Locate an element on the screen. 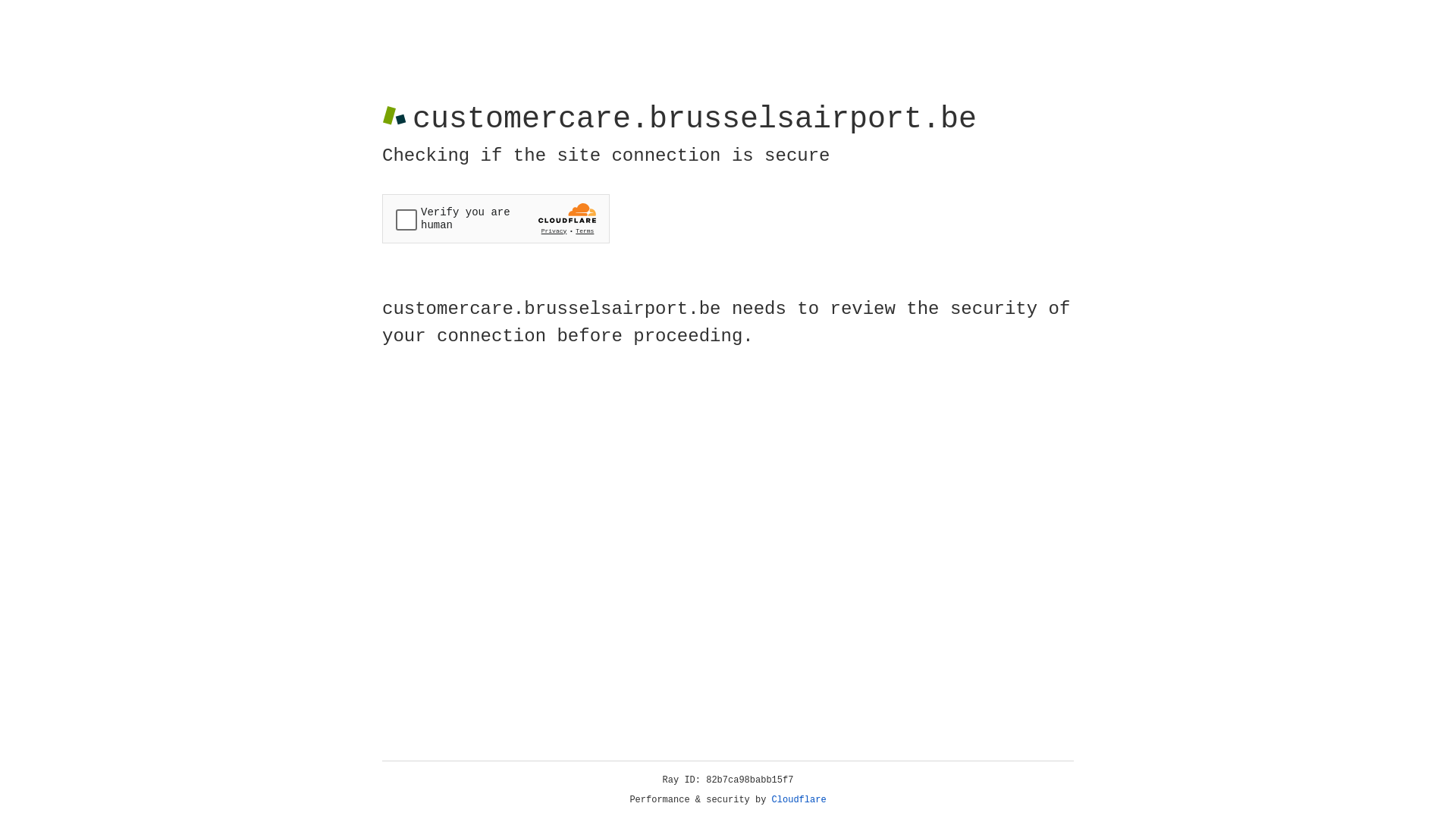 The image size is (1456, 819). 'Cloudflare' is located at coordinates (799, 799).